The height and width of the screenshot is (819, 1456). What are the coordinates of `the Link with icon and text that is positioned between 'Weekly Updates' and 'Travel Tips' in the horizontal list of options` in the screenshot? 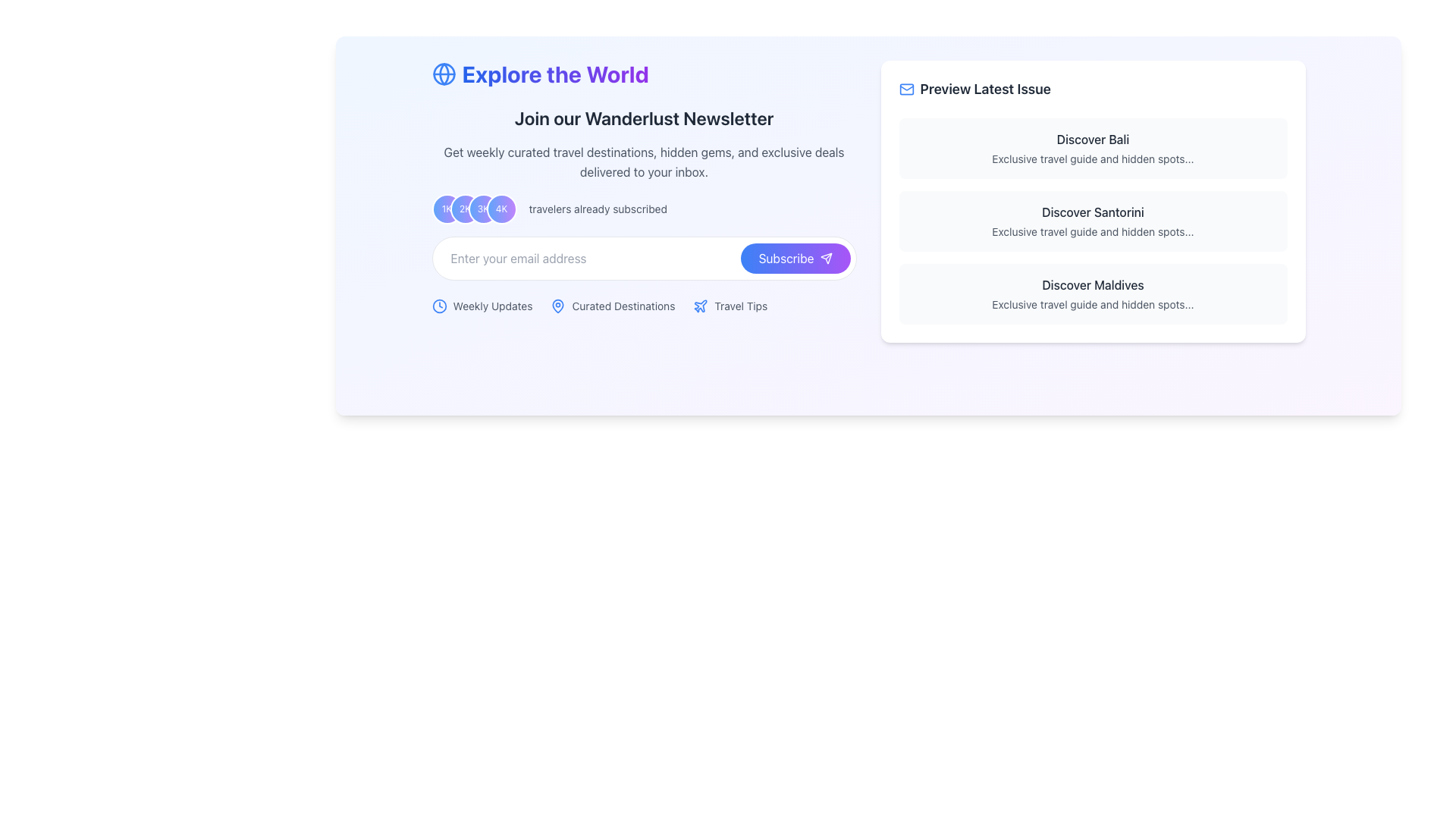 It's located at (613, 306).